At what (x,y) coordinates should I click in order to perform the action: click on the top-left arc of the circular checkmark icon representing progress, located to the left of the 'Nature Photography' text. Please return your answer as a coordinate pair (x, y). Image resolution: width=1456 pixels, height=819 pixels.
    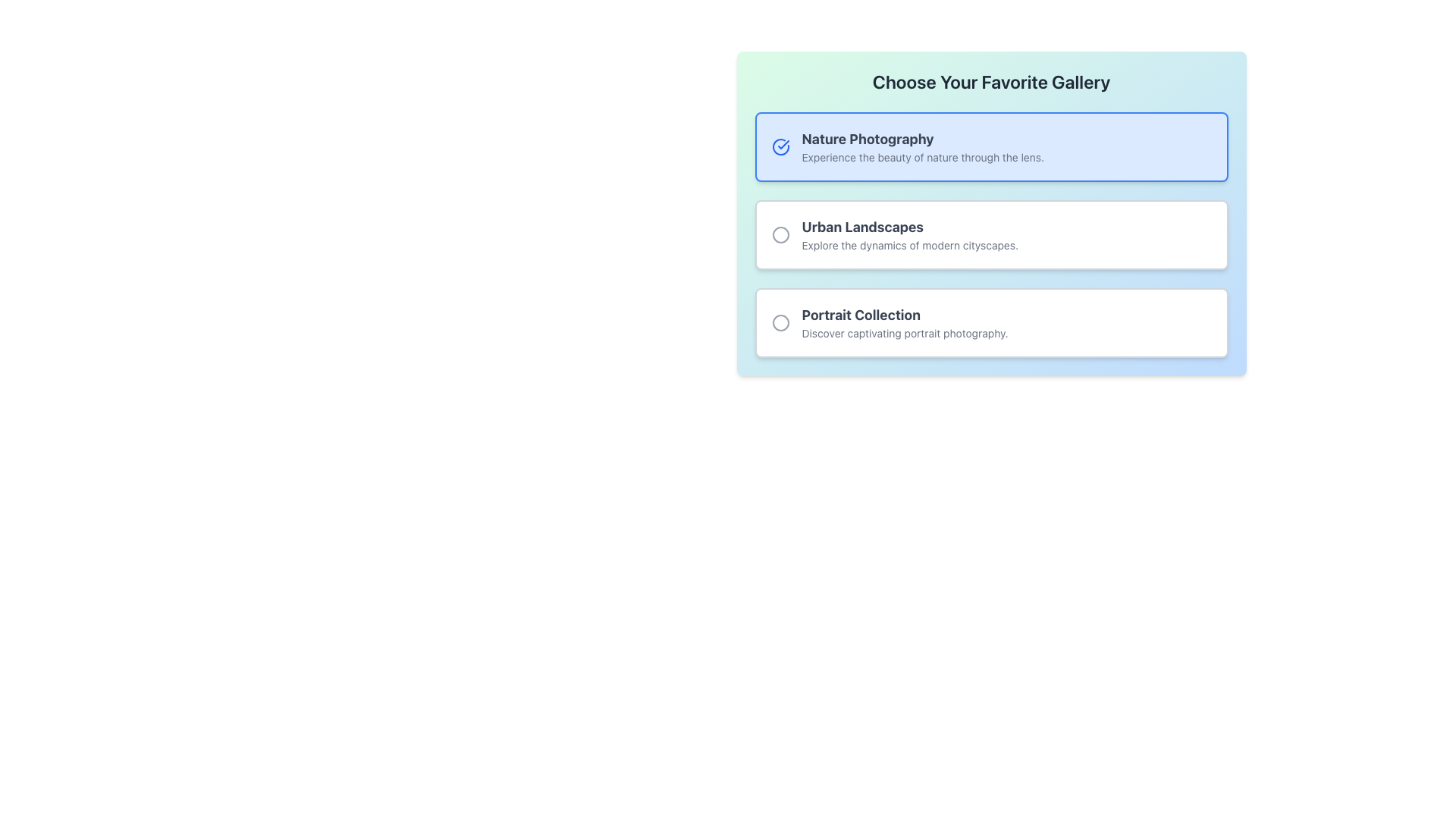
    Looking at the image, I should click on (780, 146).